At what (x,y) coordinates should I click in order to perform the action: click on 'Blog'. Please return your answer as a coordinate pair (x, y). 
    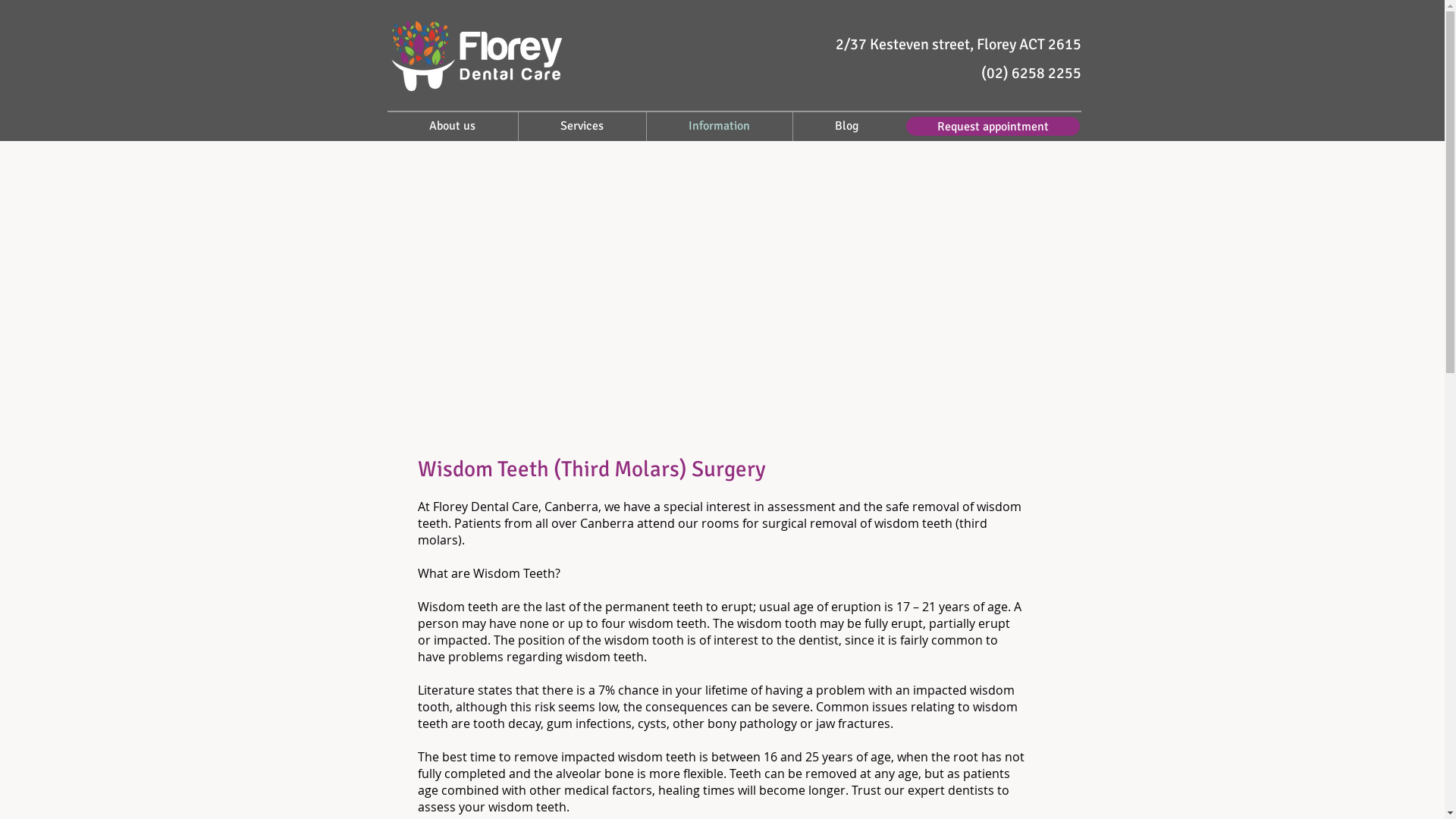
    Looking at the image, I should click on (846, 125).